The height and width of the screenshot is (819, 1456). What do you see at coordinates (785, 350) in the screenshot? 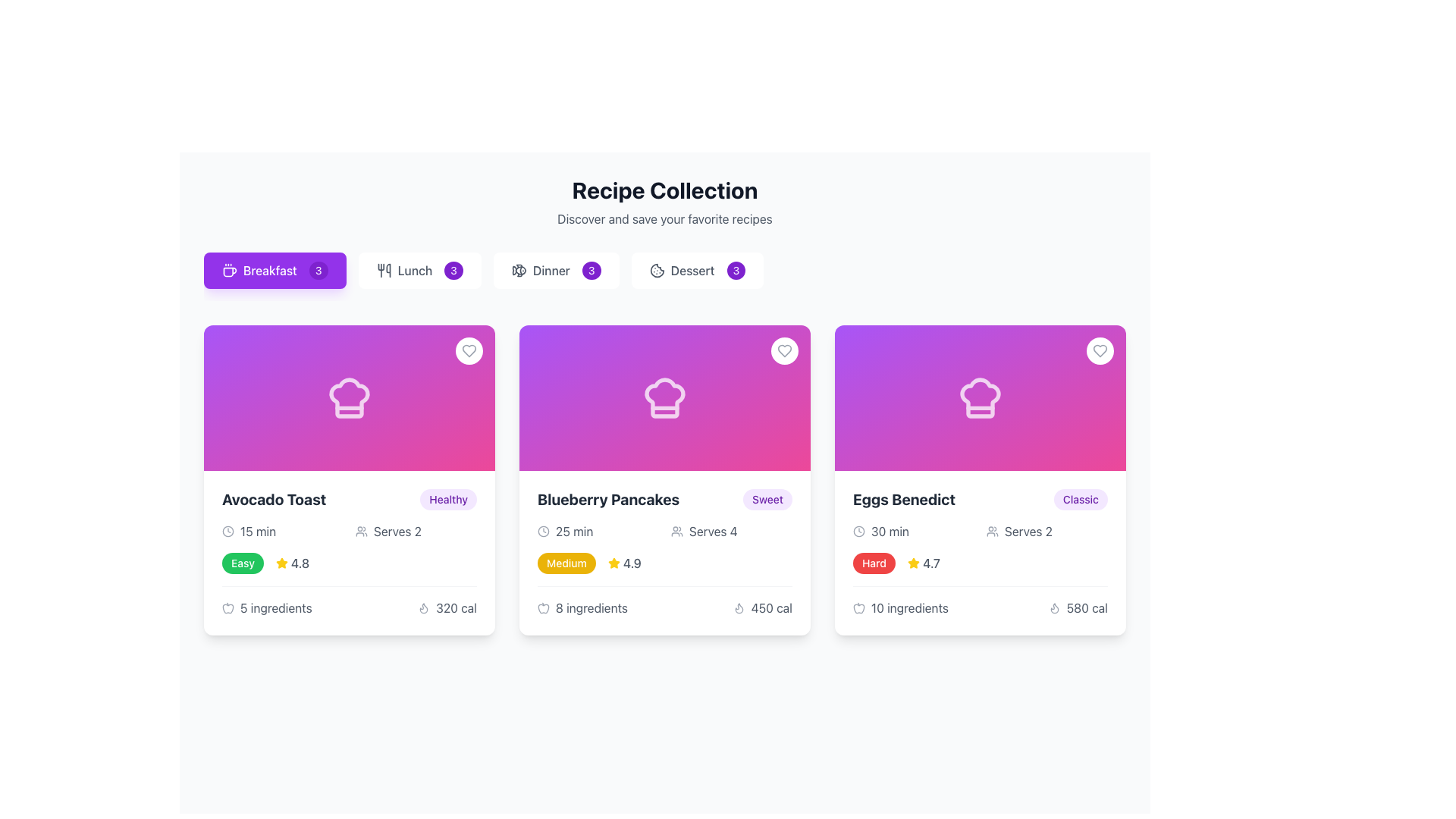
I see `the circular button with a heart icon located in the top-right corner of the 'Blueberry Pancakes' card to change its color from gray to red` at bounding box center [785, 350].